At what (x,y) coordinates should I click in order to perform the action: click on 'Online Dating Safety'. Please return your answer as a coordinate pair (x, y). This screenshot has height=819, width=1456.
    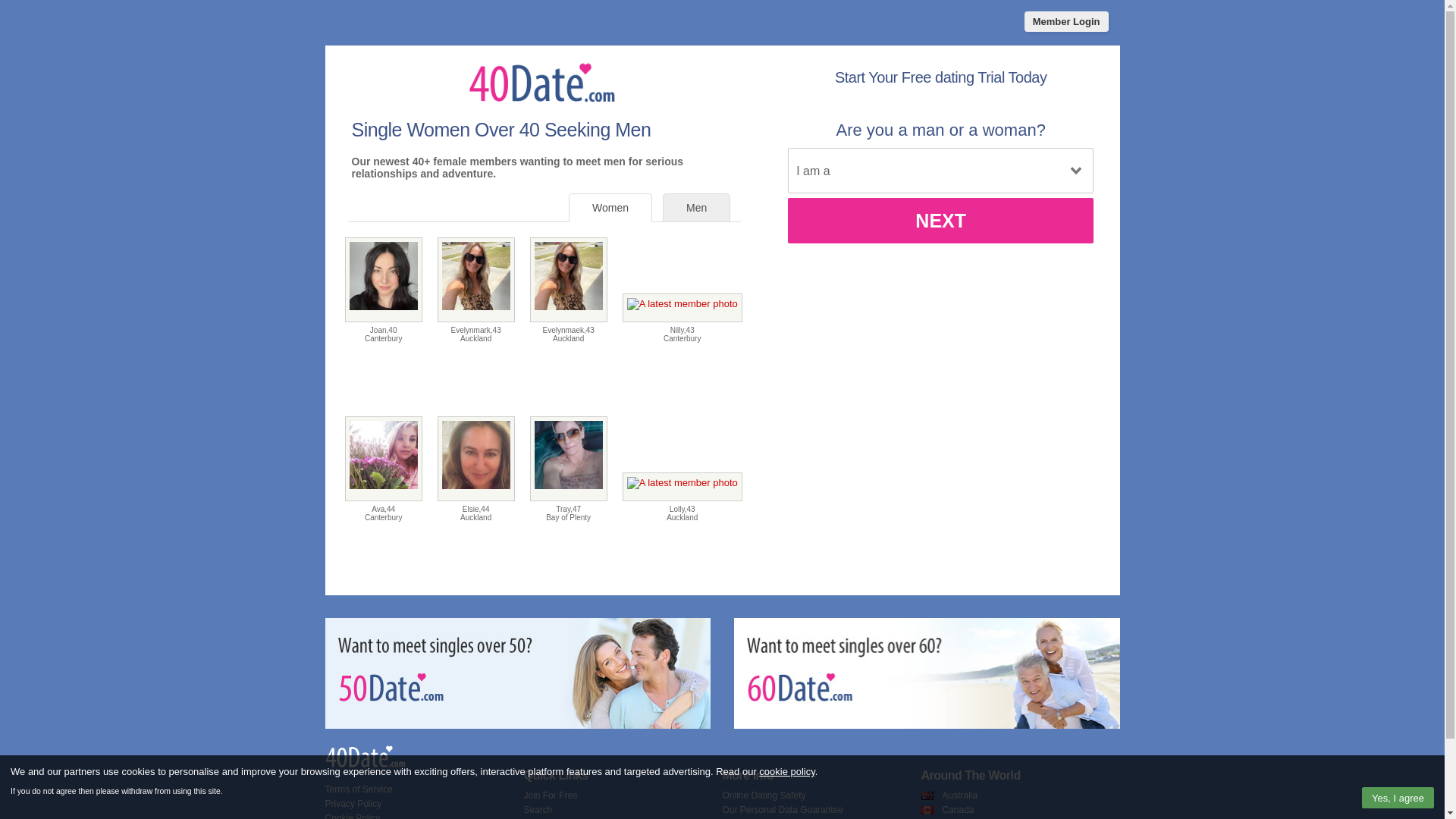
    Looking at the image, I should click on (764, 795).